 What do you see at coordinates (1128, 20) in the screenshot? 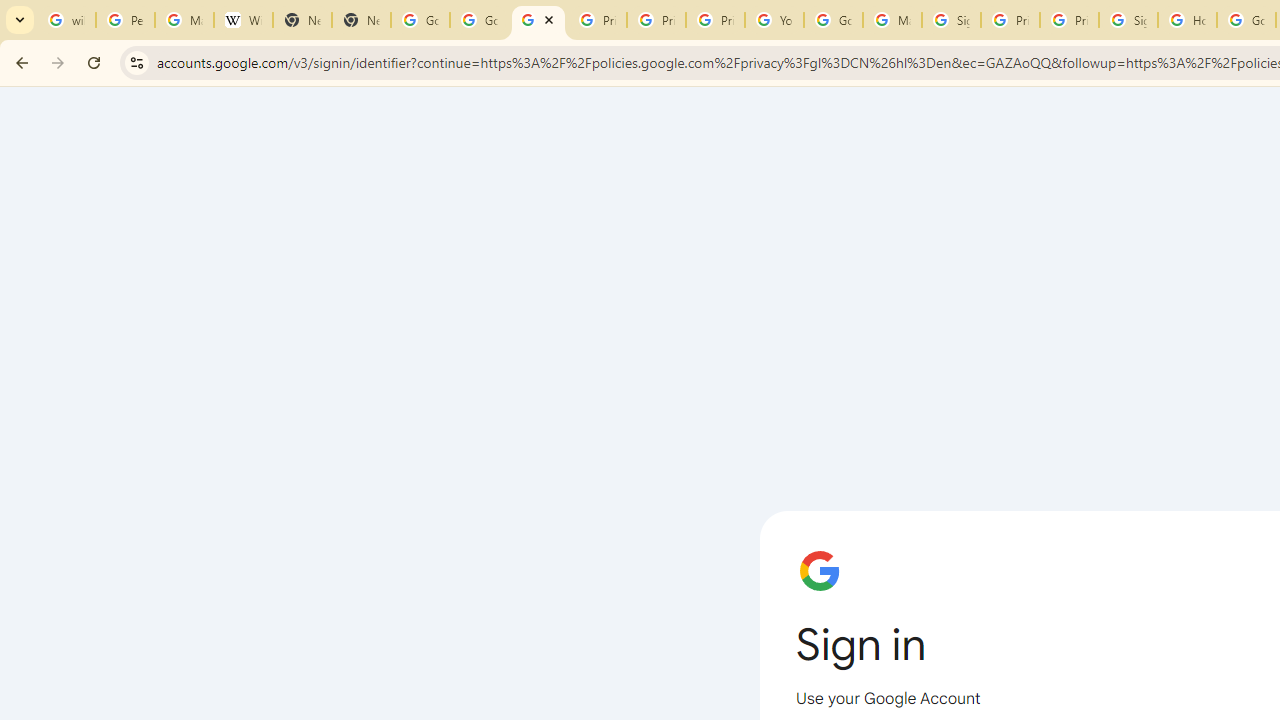
I see `'Sign in - Google Accounts'` at bounding box center [1128, 20].